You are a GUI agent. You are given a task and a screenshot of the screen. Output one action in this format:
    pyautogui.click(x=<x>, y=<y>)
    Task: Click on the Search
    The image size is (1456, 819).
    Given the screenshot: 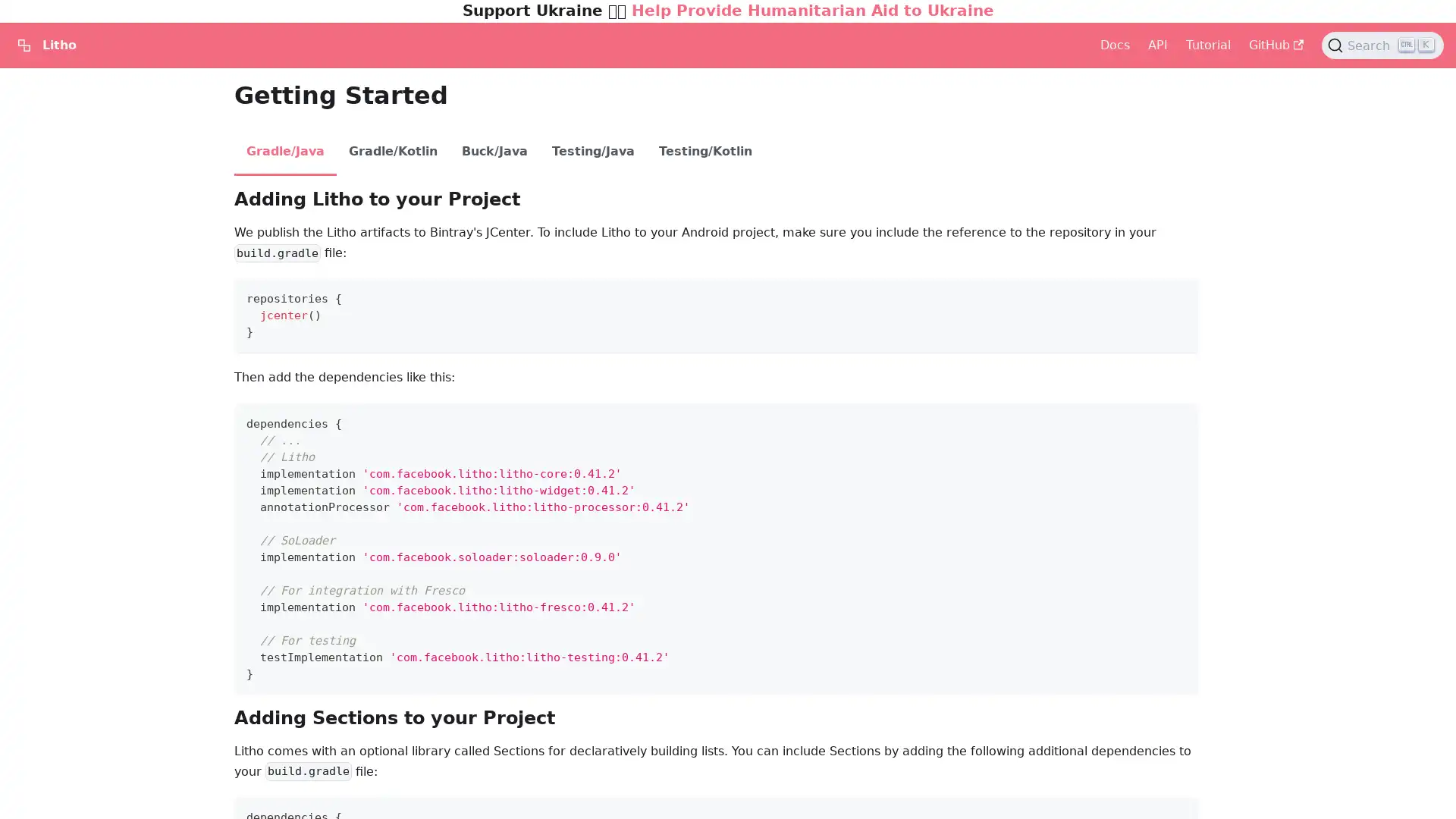 What is the action you would take?
    pyautogui.click(x=1382, y=45)
    